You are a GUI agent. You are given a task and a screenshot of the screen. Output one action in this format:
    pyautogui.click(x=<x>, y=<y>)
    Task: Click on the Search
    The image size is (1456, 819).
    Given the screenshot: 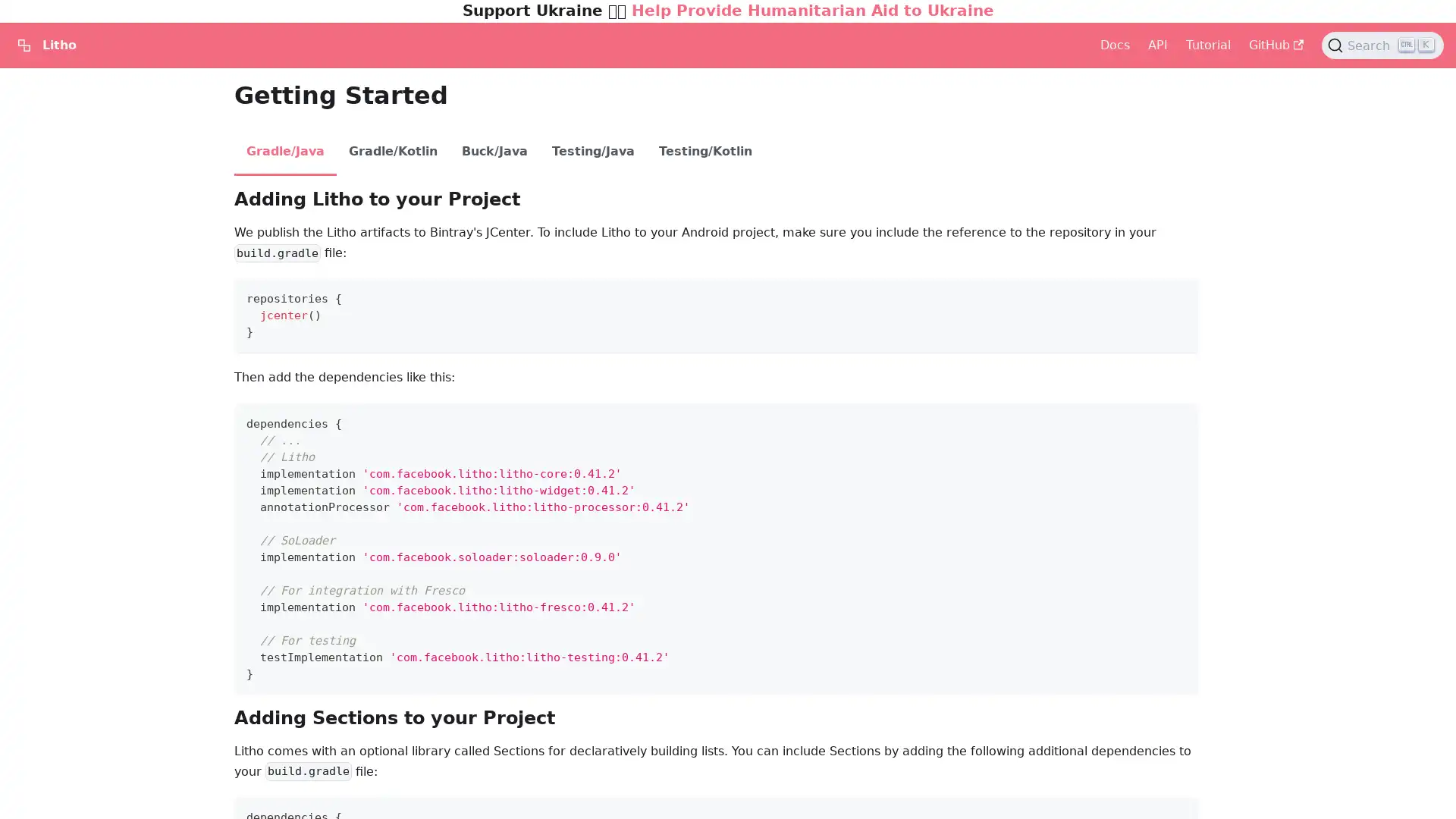 What is the action you would take?
    pyautogui.click(x=1382, y=45)
    